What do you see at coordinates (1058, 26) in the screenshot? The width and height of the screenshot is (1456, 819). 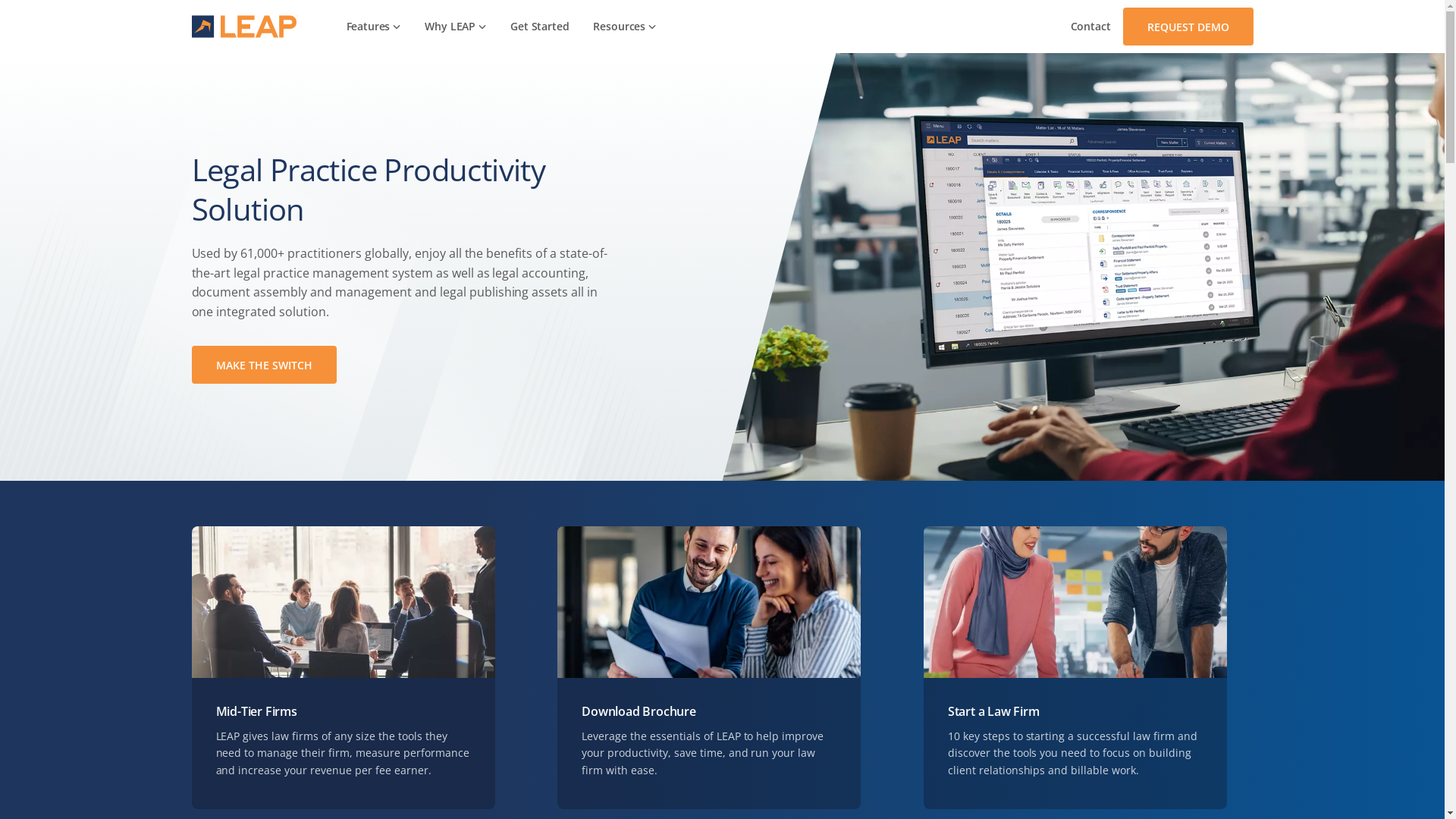 I see `'Contact'` at bounding box center [1058, 26].